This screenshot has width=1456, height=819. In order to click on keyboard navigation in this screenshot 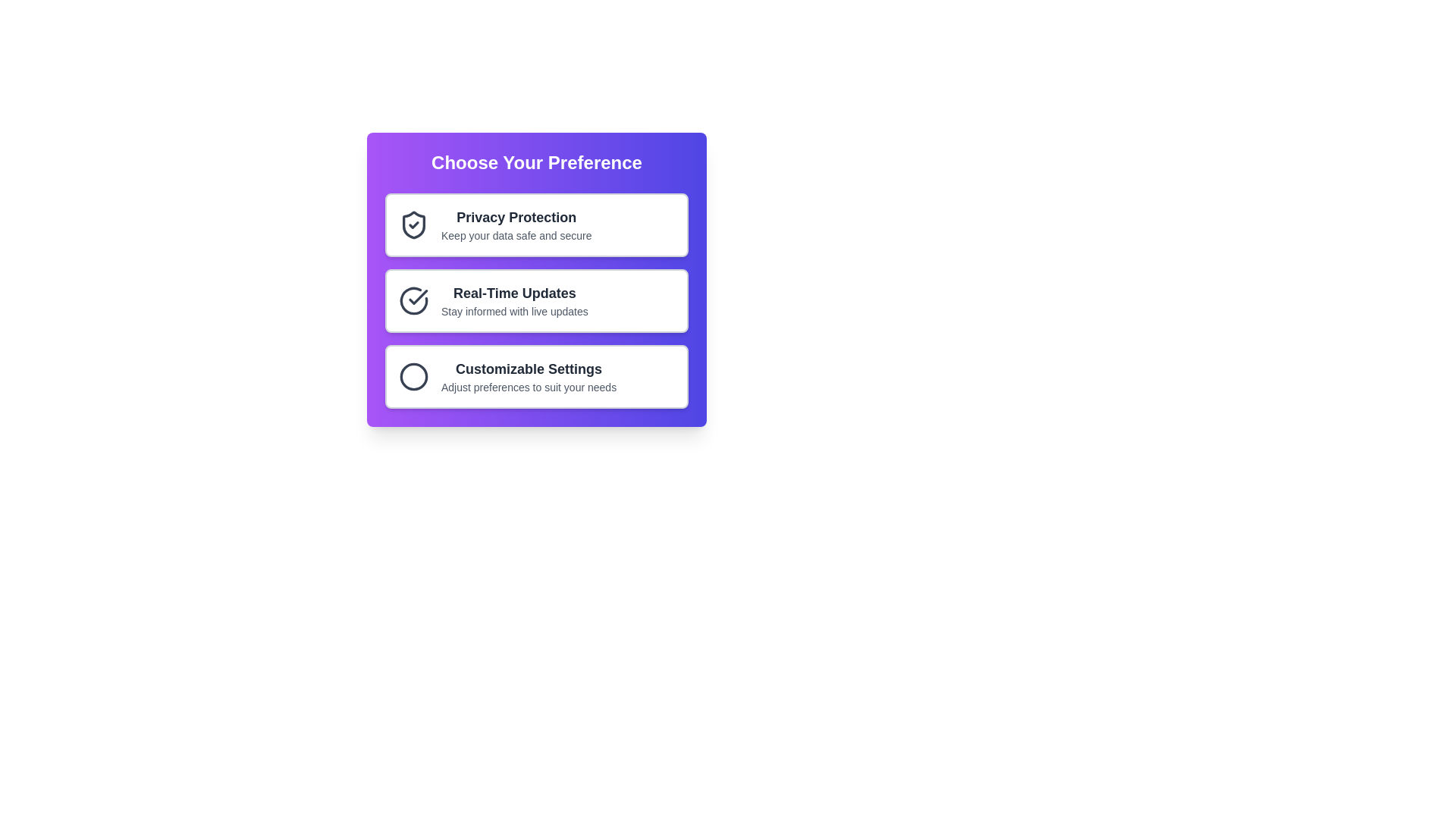, I will do `click(537, 301)`.